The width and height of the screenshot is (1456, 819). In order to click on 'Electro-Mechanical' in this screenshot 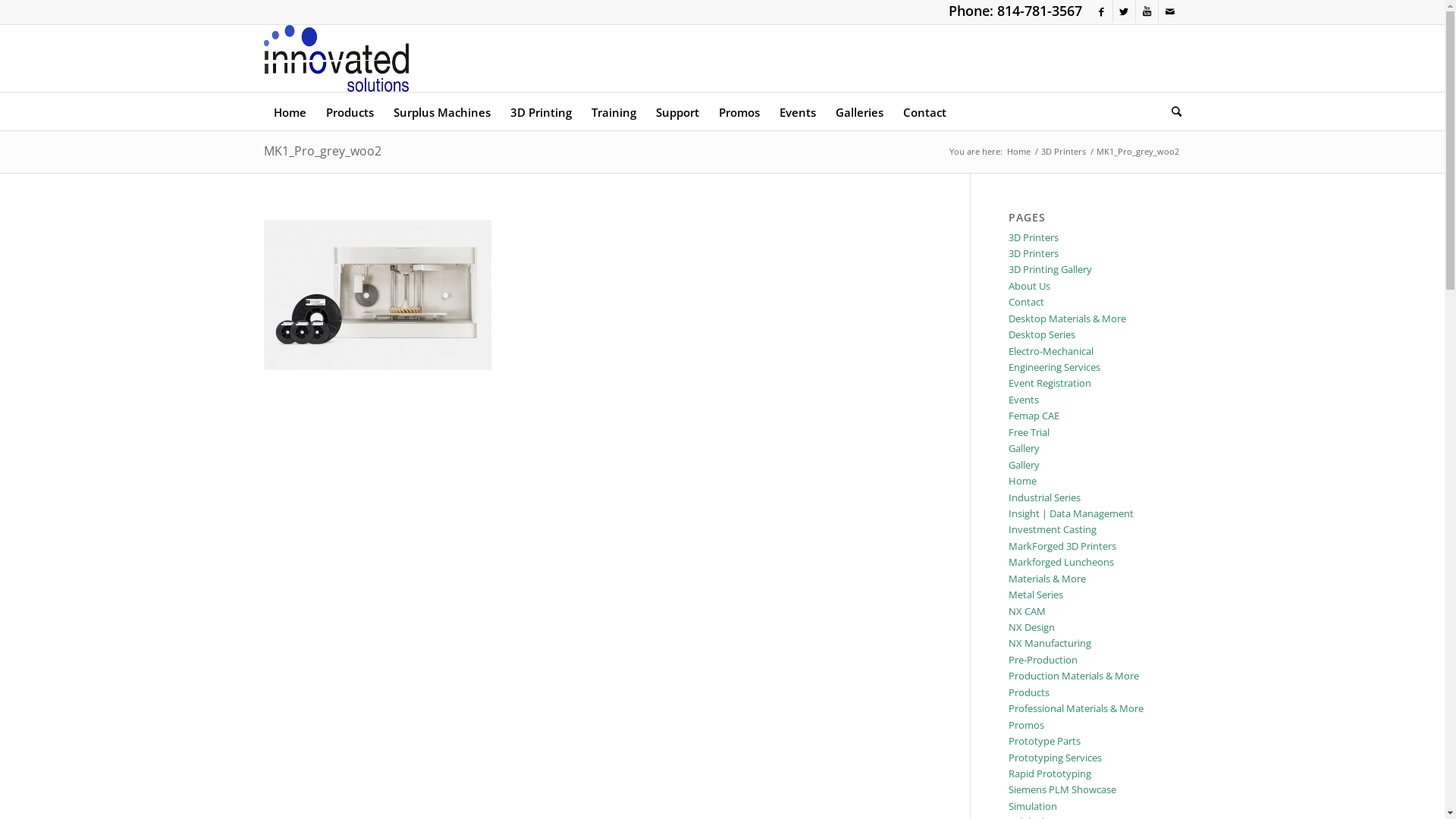, I will do `click(1008, 350)`.